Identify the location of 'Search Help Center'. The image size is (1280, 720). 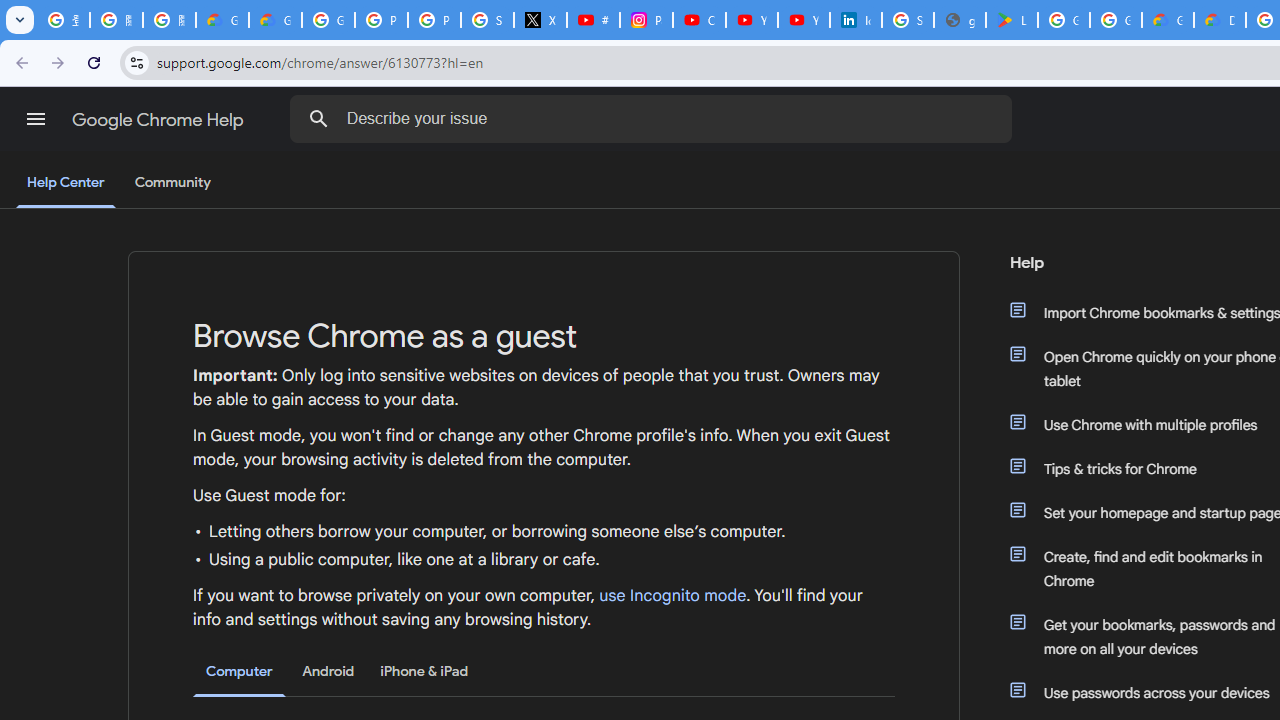
(317, 118).